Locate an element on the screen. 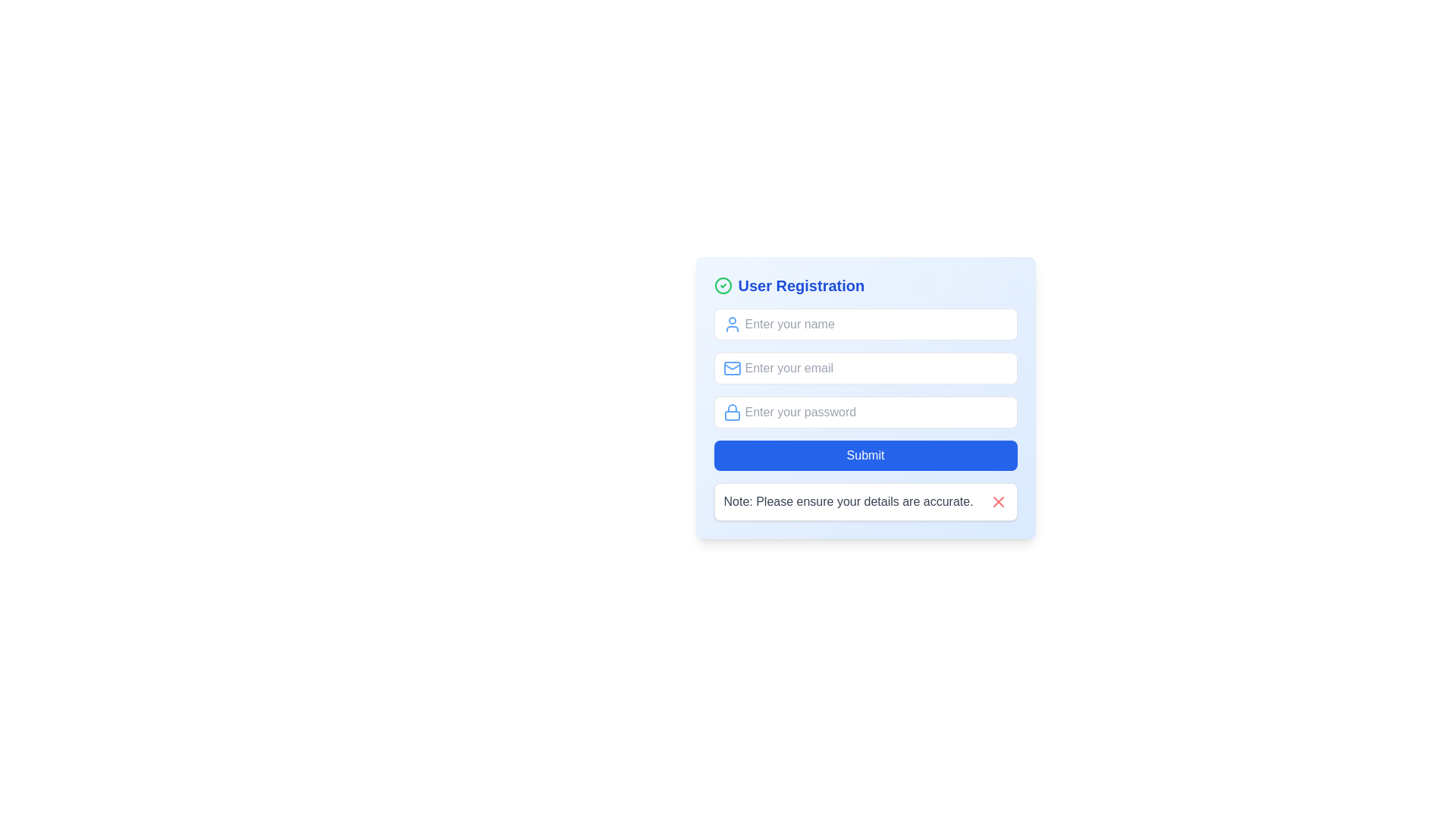  the password input field located below the email input field and above the blue 'Submit' button to focus it is located at coordinates (865, 397).